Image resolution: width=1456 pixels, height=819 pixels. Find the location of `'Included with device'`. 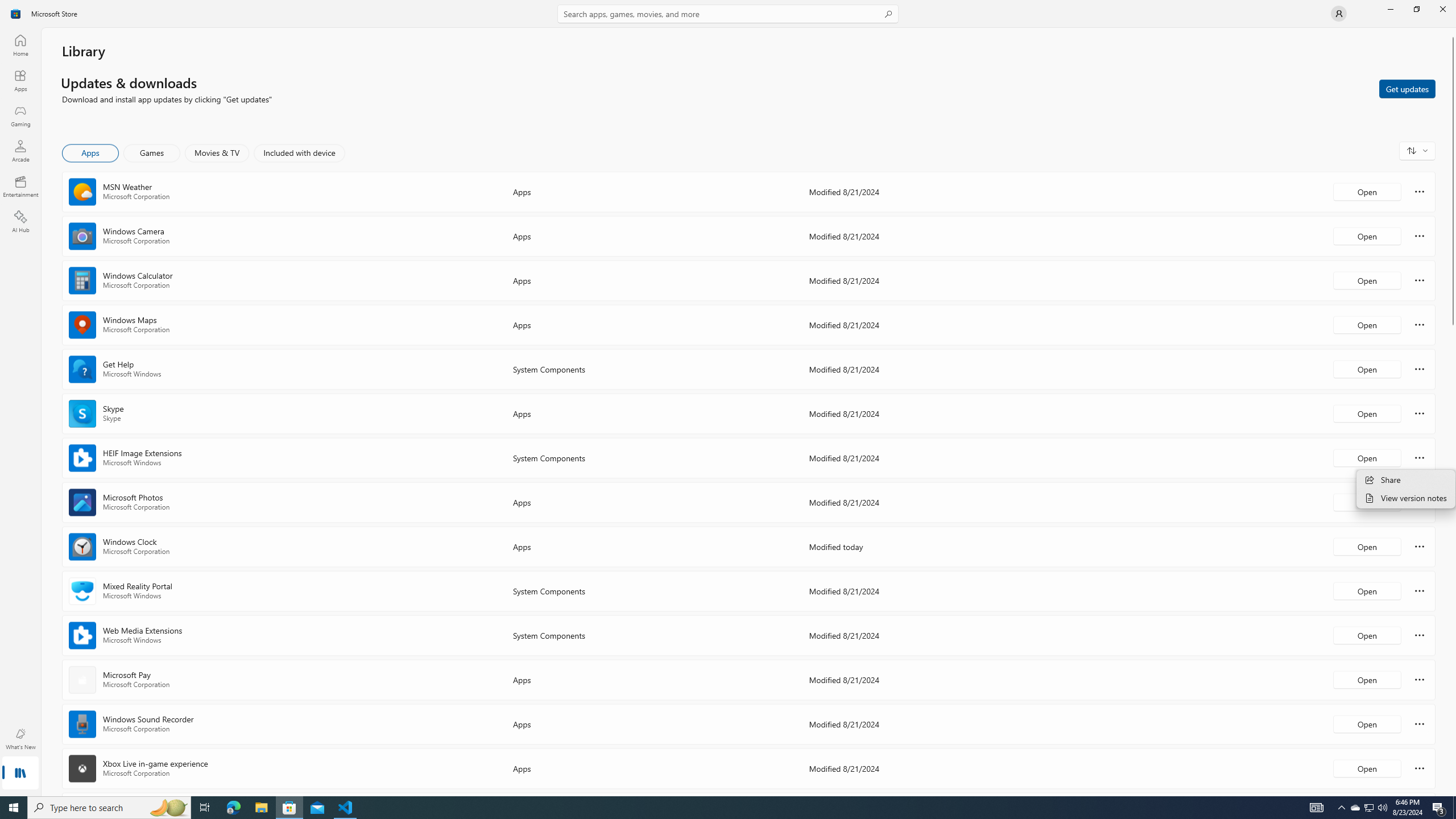

'Included with device' is located at coordinates (299, 152).